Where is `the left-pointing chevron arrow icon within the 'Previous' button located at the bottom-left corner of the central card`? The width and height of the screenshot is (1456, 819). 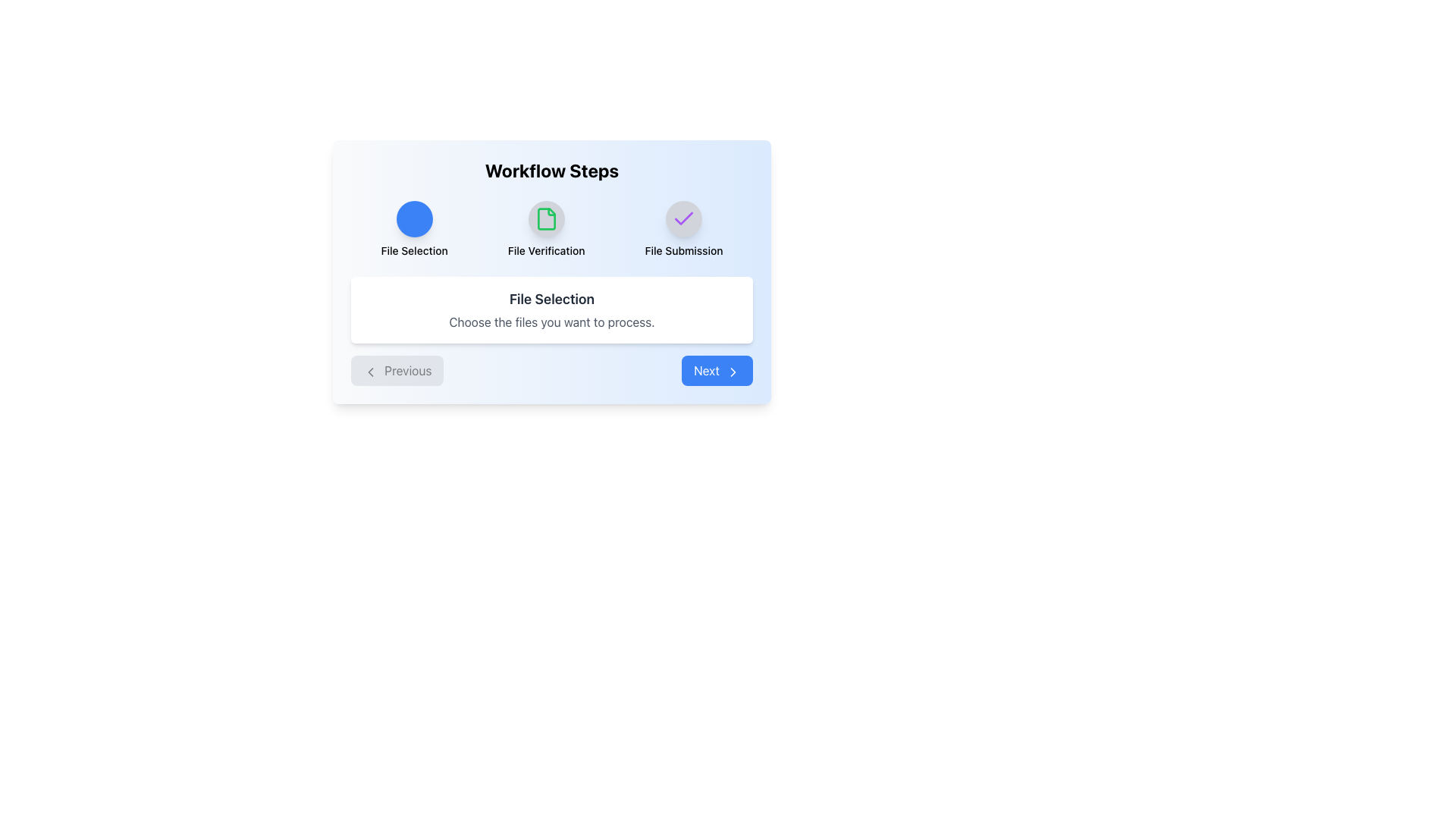
the left-pointing chevron arrow icon within the 'Previous' button located at the bottom-left corner of the central card is located at coordinates (371, 371).